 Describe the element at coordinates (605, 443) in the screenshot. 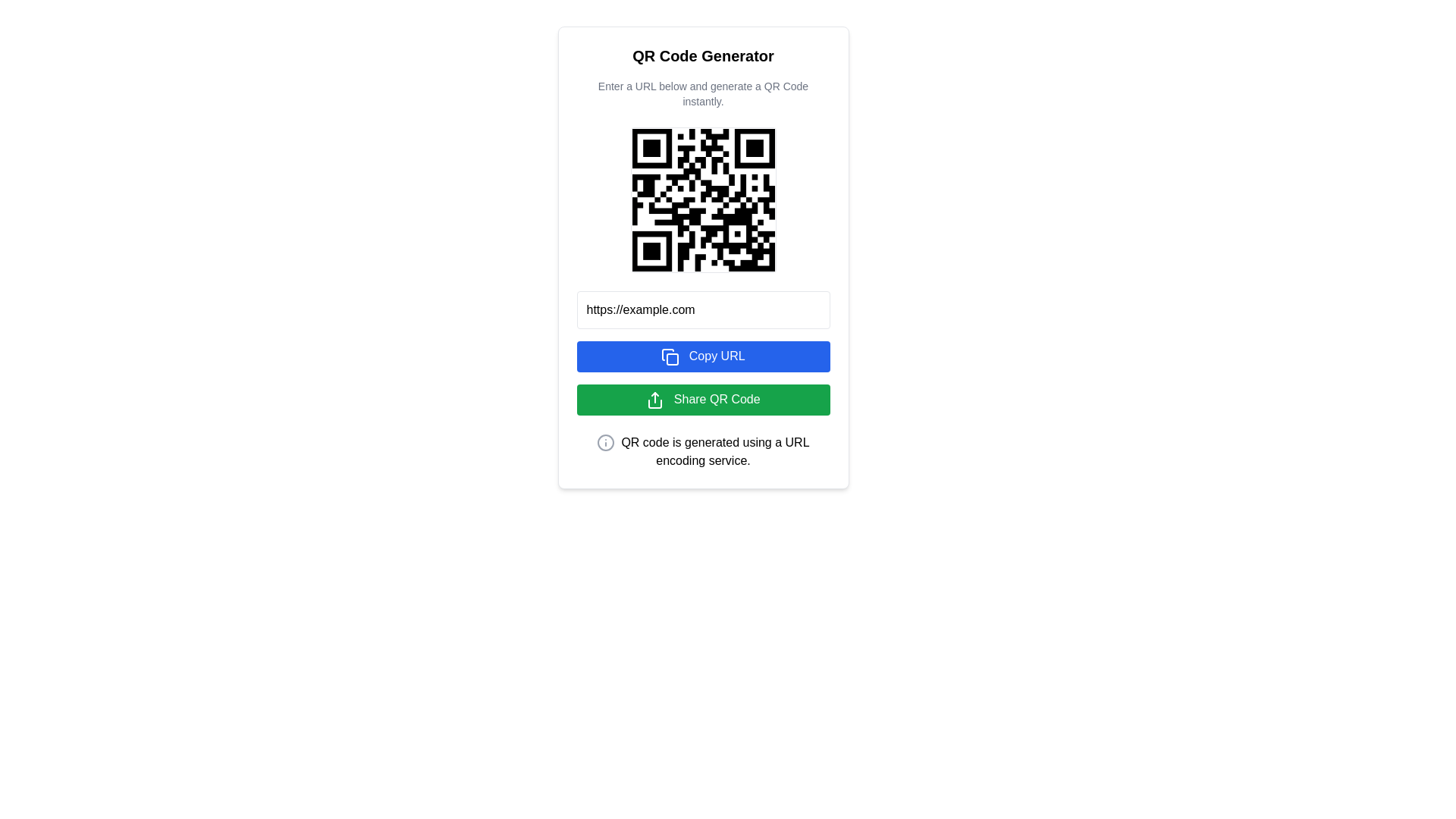

I see `the icon located at the bottom of the card, positioned to the left of the text stating 'QR code is generated using a URL encoding service.'` at that location.